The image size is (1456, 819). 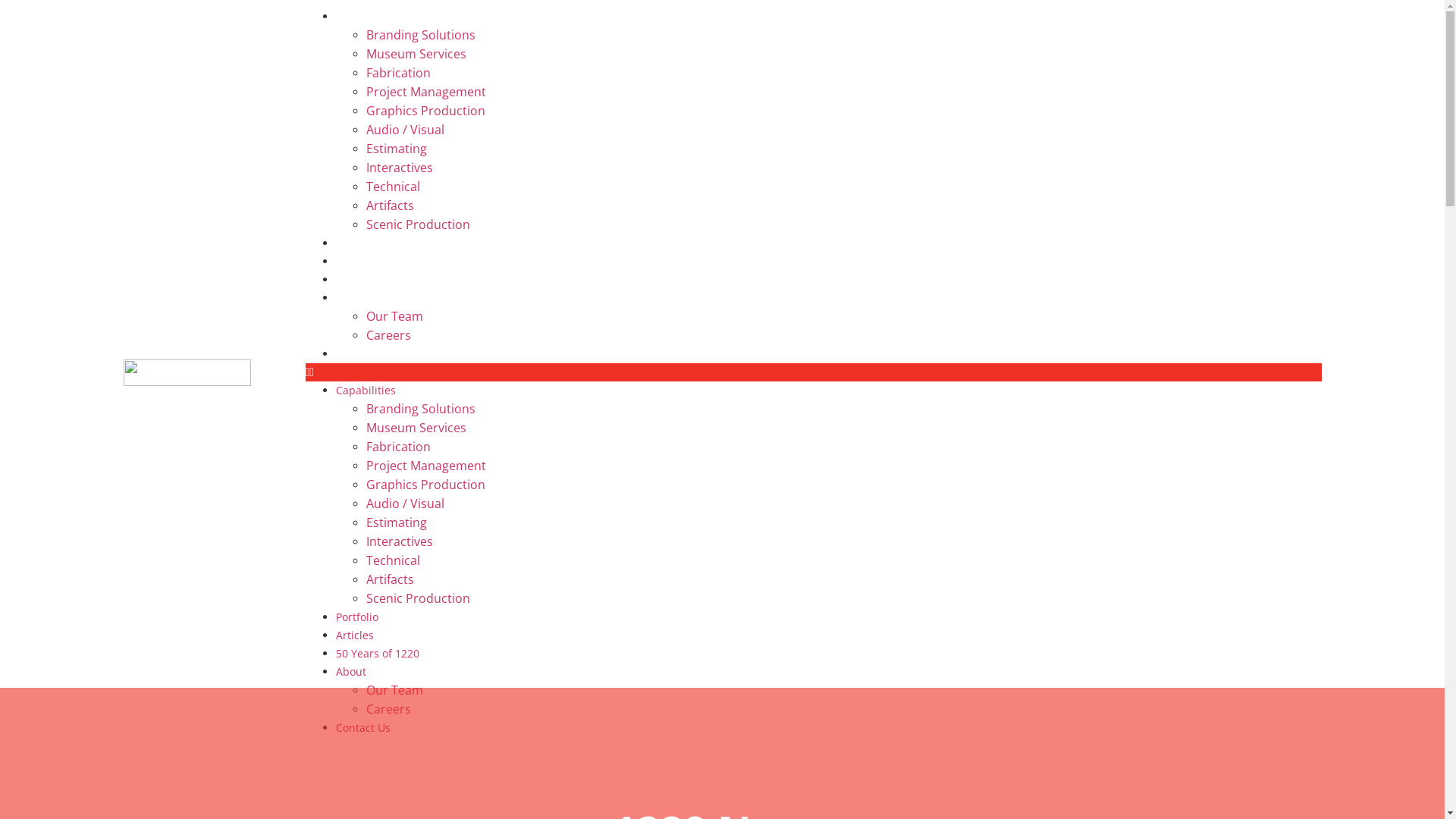 I want to click on 'Articles', so click(x=353, y=635).